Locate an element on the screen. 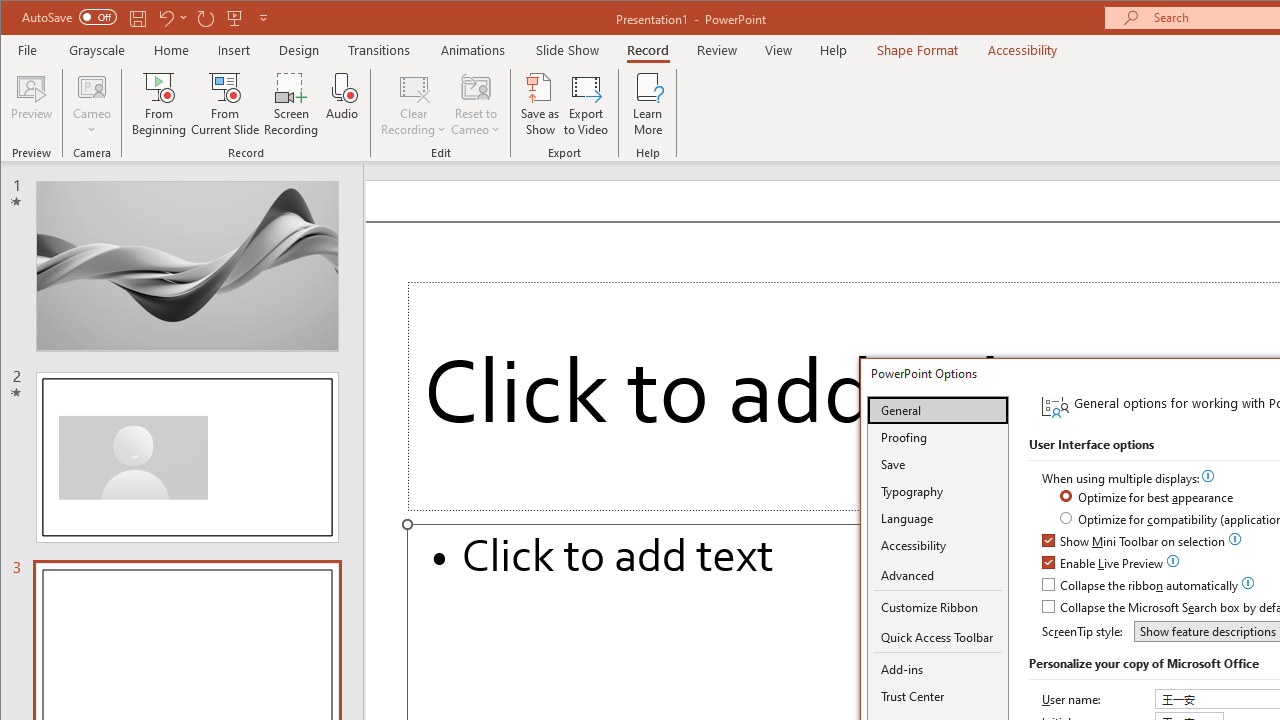 Image resolution: width=1280 pixels, height=720 pixels. 'Optimize for best appearance' is located at coordinates (1148, 497).